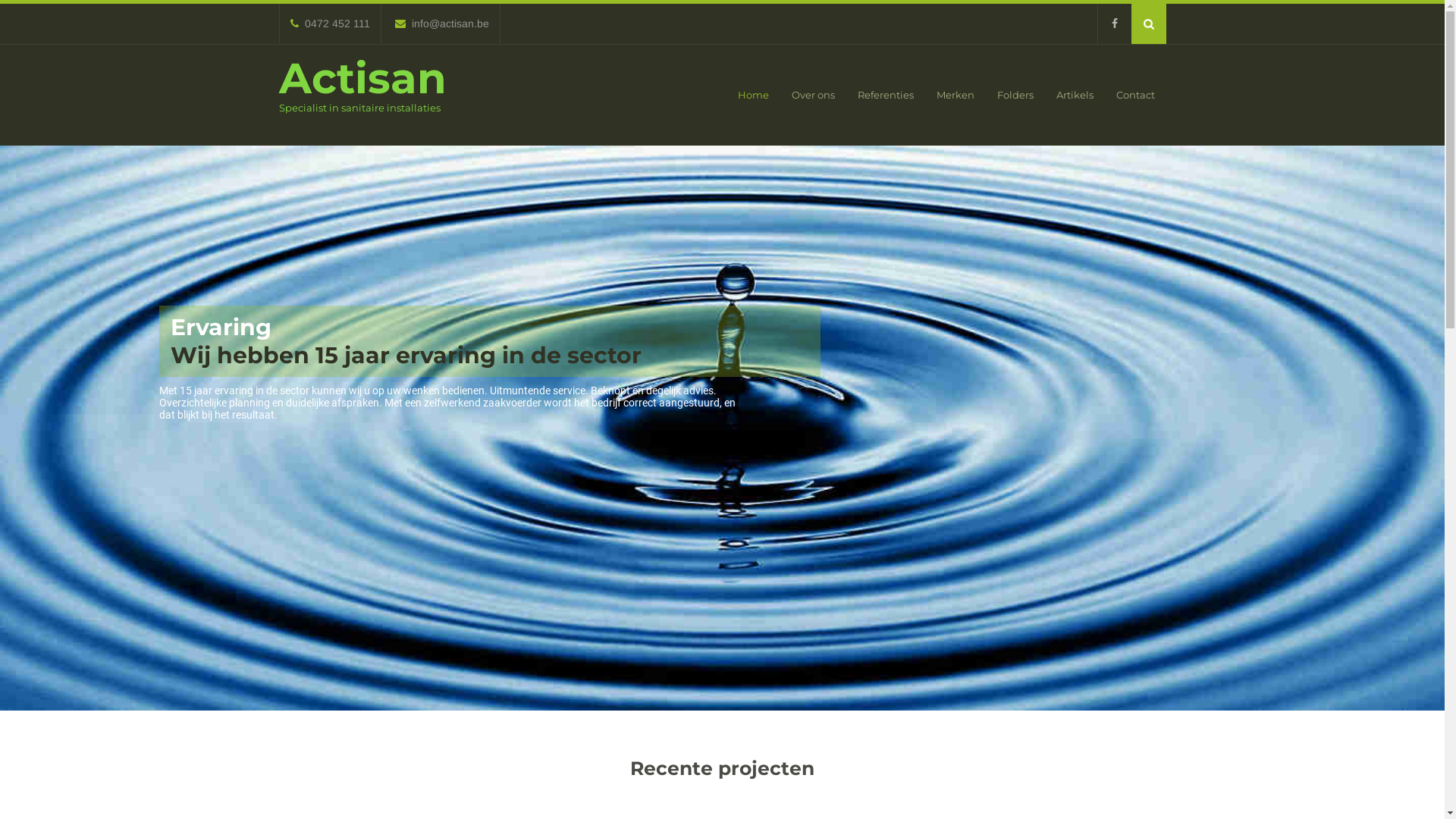 The image size is (1456, 819). What do you see at coordinates (753, 95) in the screenshot?
I see `'Home'` at bounding box center [753, 95].